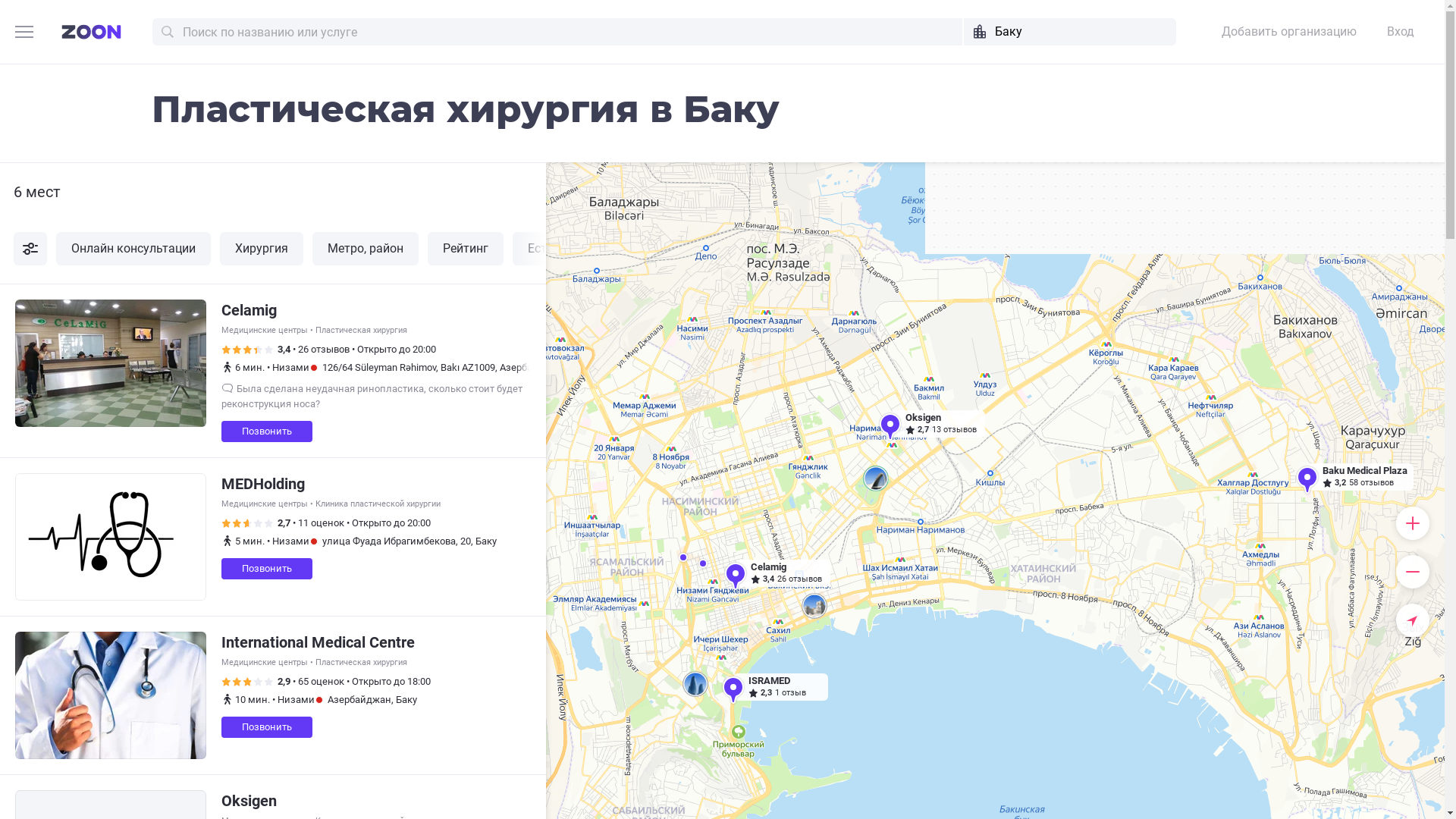  Describe the element at coordinates (249, 309) in the screenshot. I see `'Celamig'` at that location.